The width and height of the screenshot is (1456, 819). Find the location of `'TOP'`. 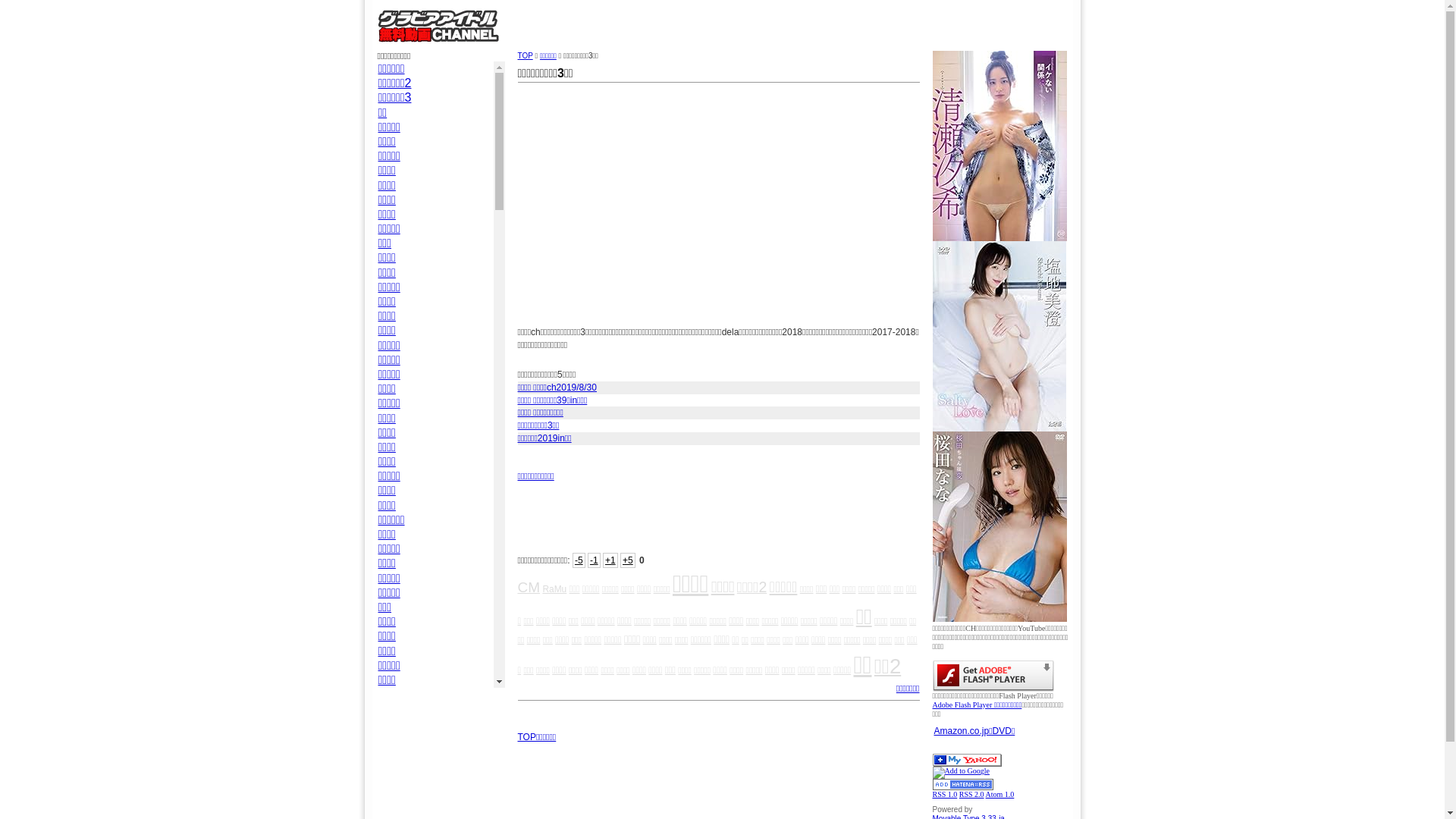

'TOP' is located at coordinates (516, 55).